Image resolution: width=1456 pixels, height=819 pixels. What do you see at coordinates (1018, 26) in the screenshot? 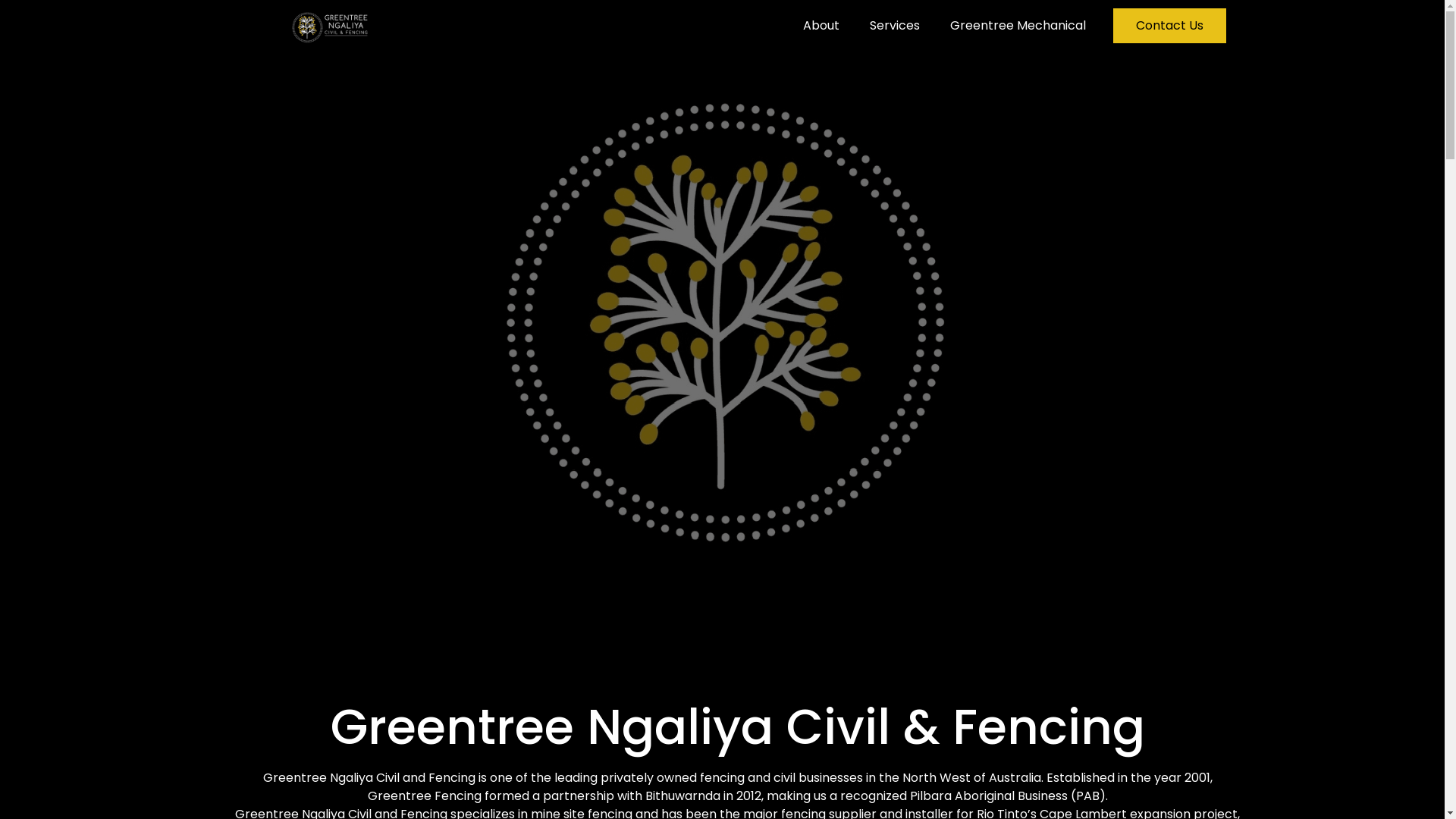
I see `'Greentree Mechanical'` at bounding box center [1018, 26].